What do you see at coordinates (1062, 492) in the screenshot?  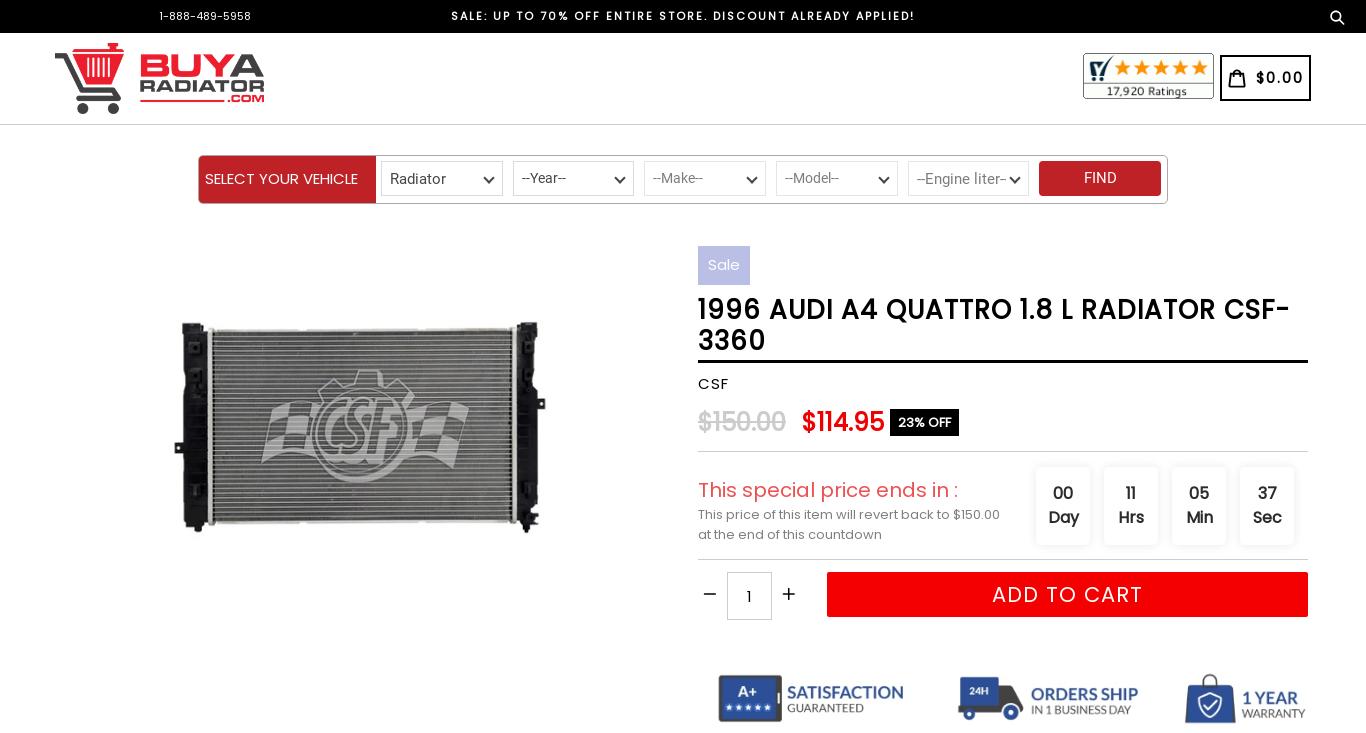 I see `'00'` at bounding box center [1062, 492].